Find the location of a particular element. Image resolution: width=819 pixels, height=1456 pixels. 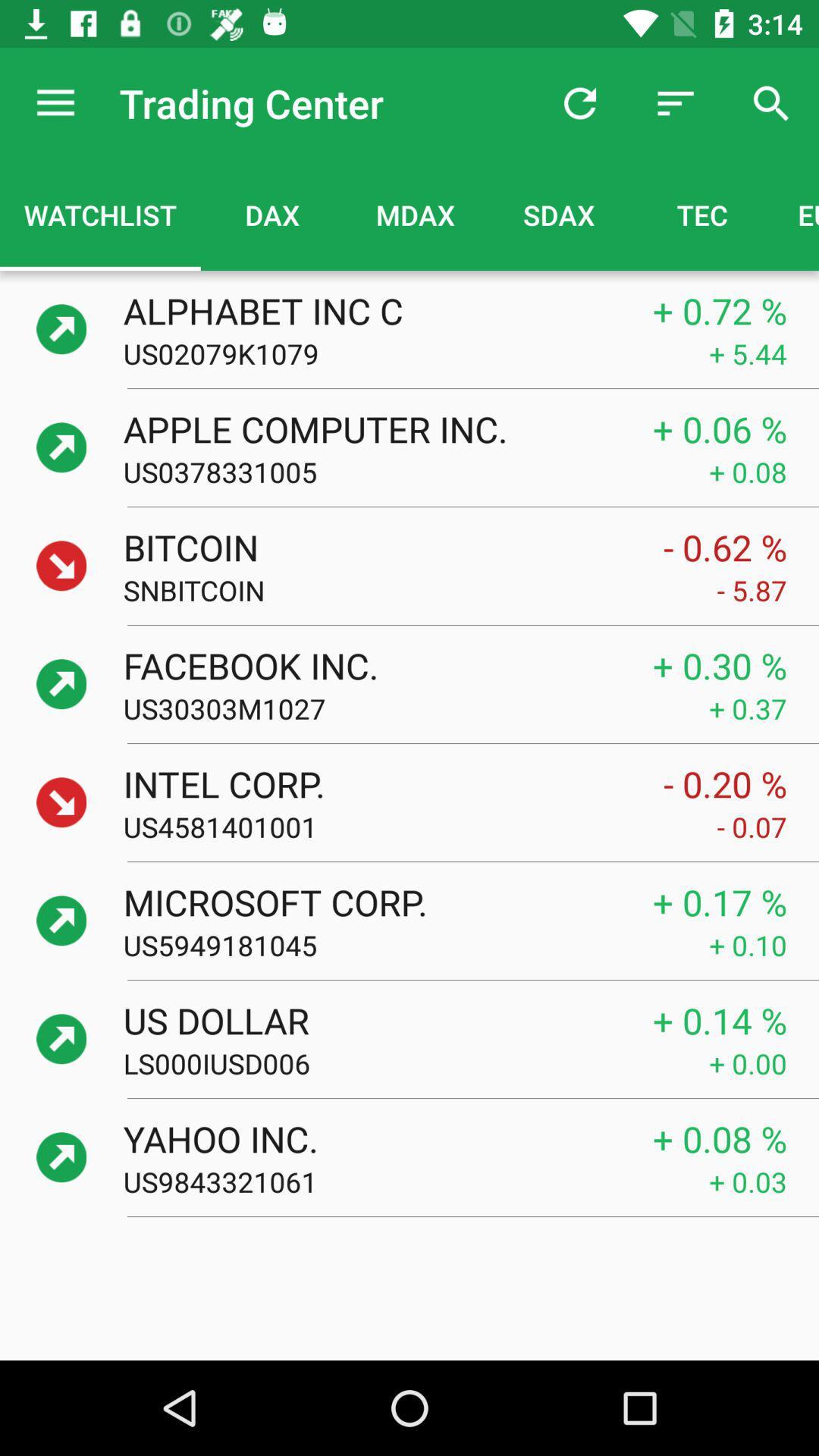

item below us02079k1079 icon is located at coordinates (372, 428).